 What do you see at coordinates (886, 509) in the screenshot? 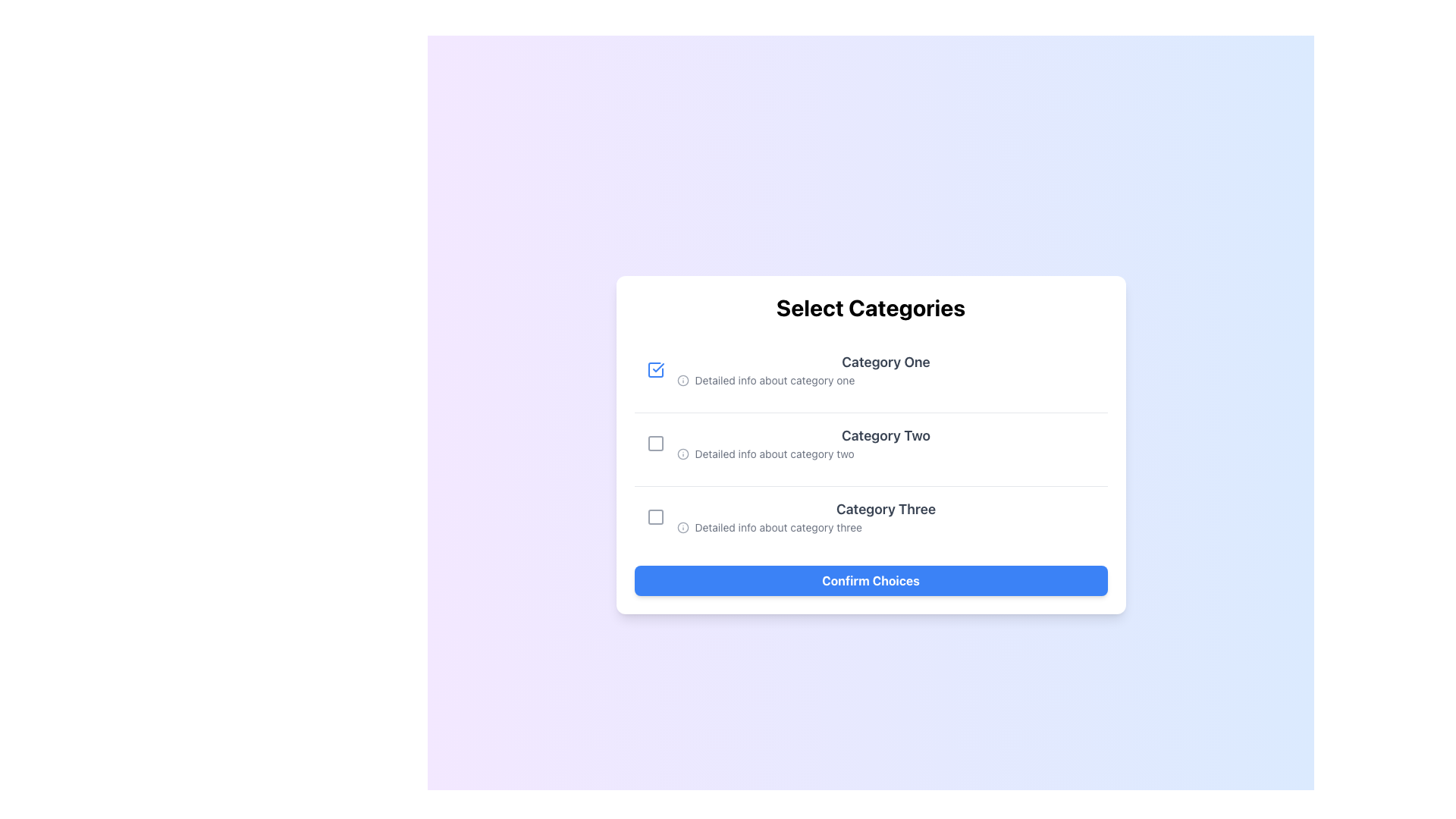
I see `the text label displaying 'Category Three', which is styled prominently in bold dark gray and located in the lower part of the modal dialog box above the description line for category three` at bounding box center [886, 509].